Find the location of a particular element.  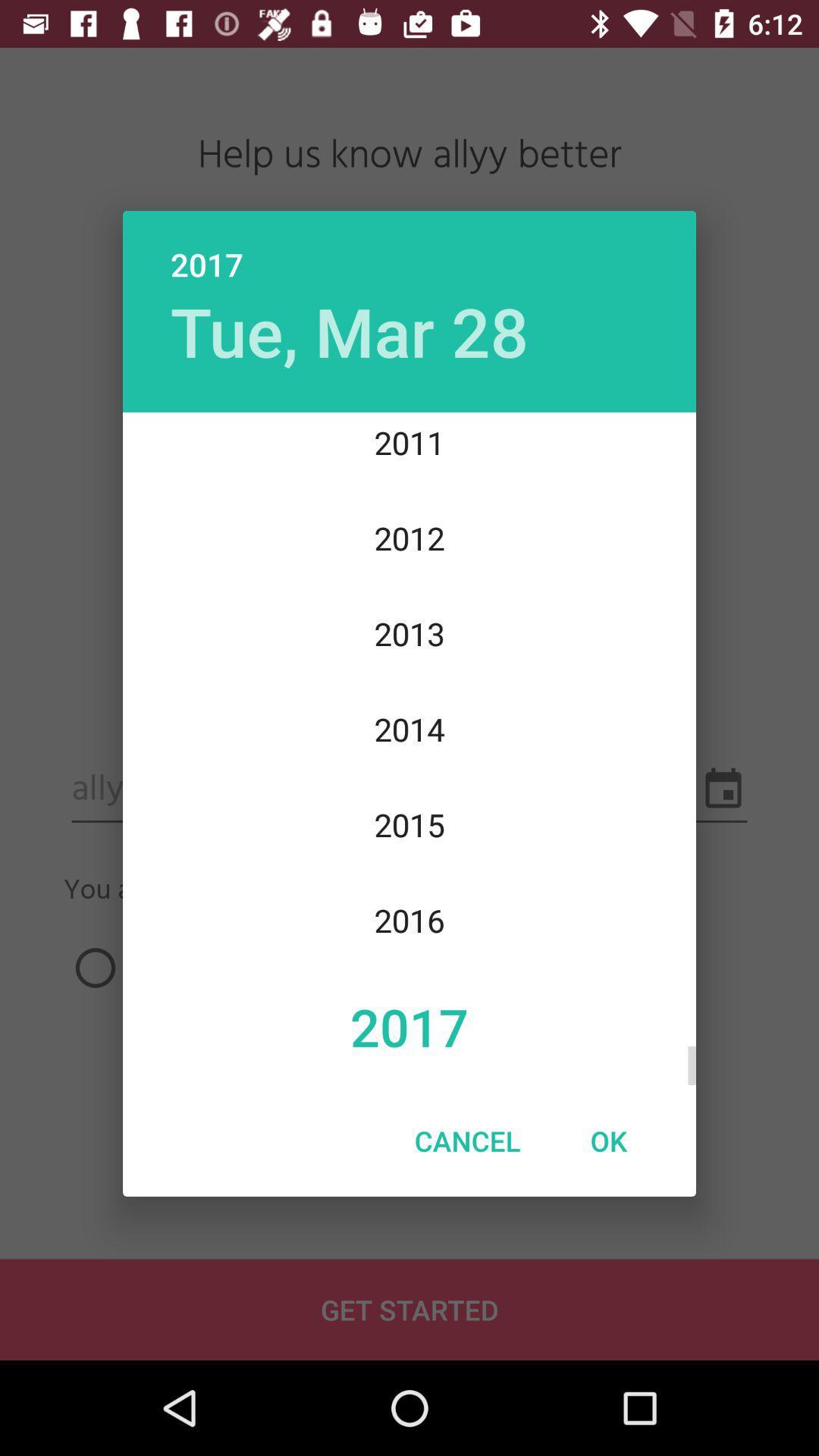

ok at the bottom right corner is located at coordinates (607, 1141).